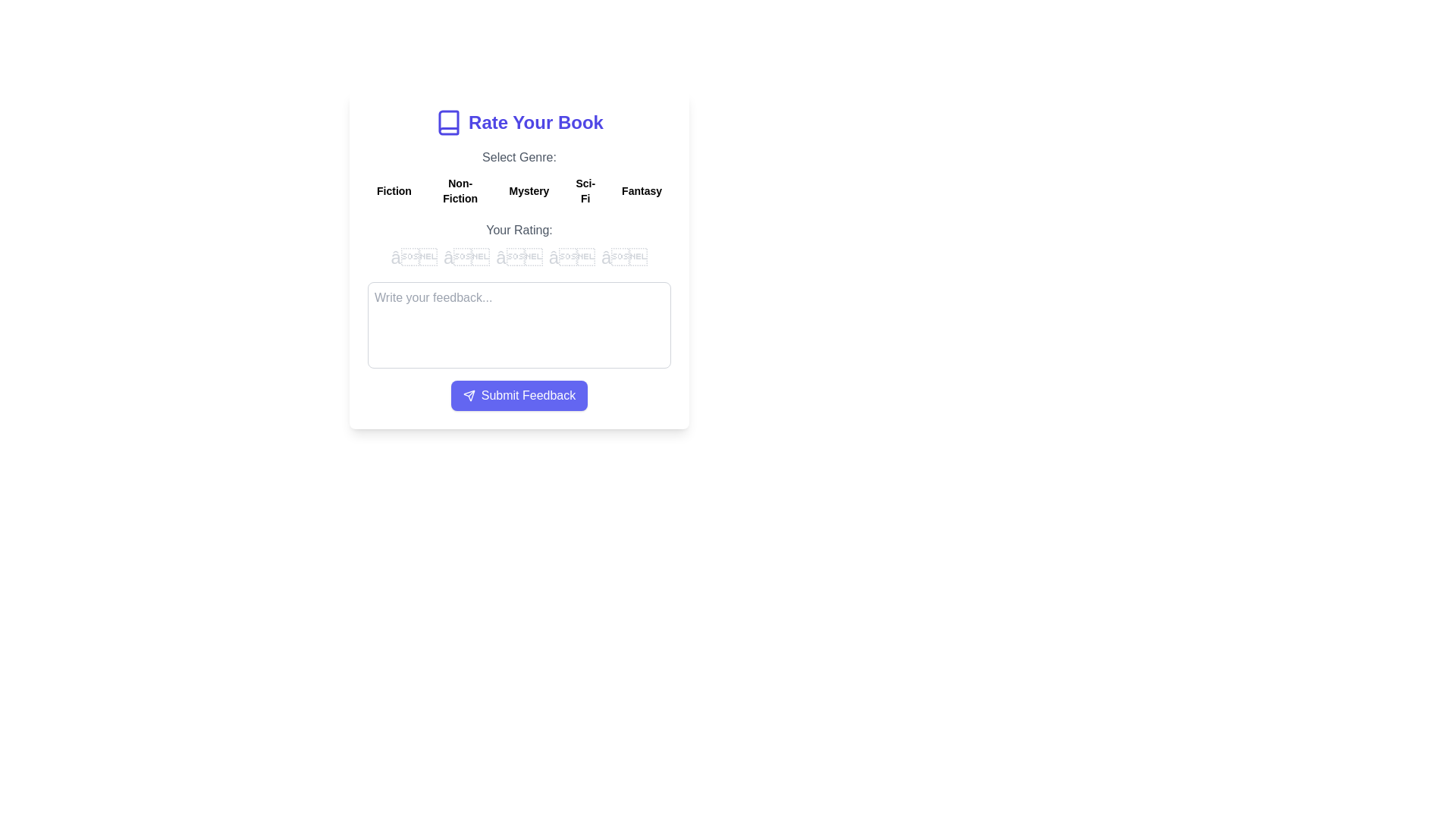 The image size is (1456, 819). Describe the element at coordinates (448, 122) in the screenshot. I see `the decorative icon for the 'Rate Your Book' section, which is positioned at the top-left of the section, directly to the left of the title` at that location.